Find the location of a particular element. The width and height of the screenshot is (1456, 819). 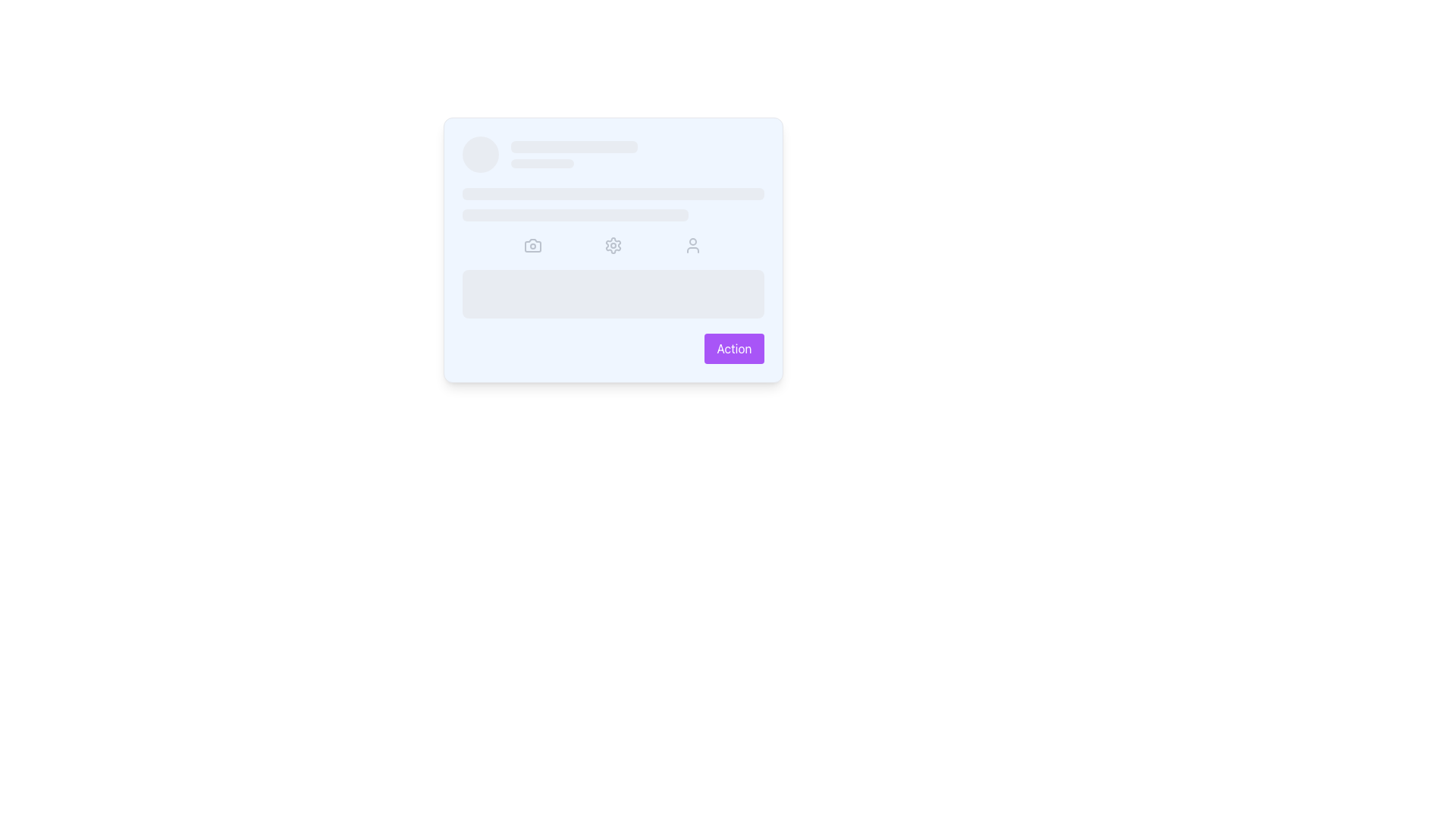

the user-related action icon, which is the third icon in a horizontal group of three is located at coordinates (692, 245).